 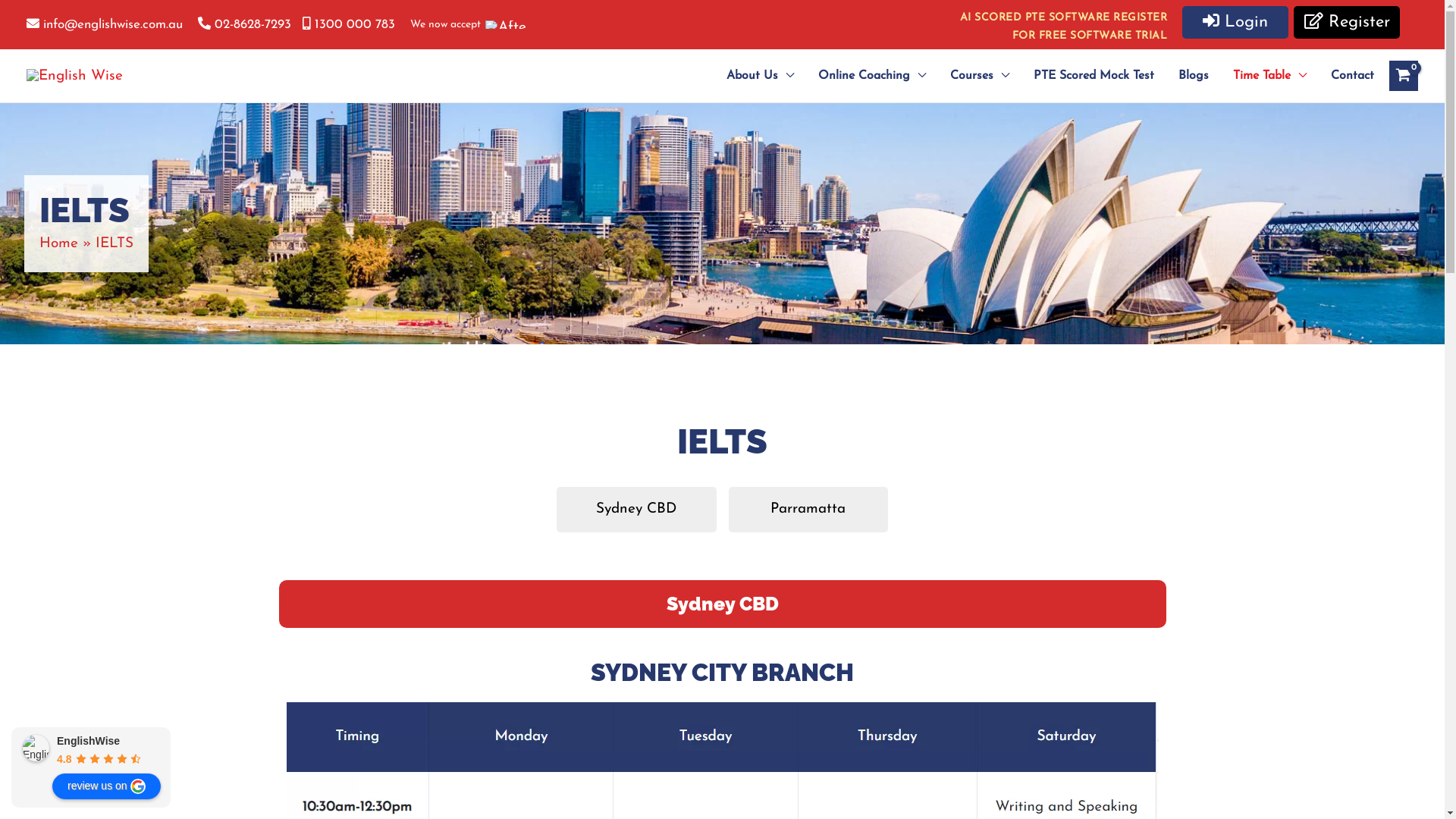 I want to click on 'Login', so click(x=1235, y=22).